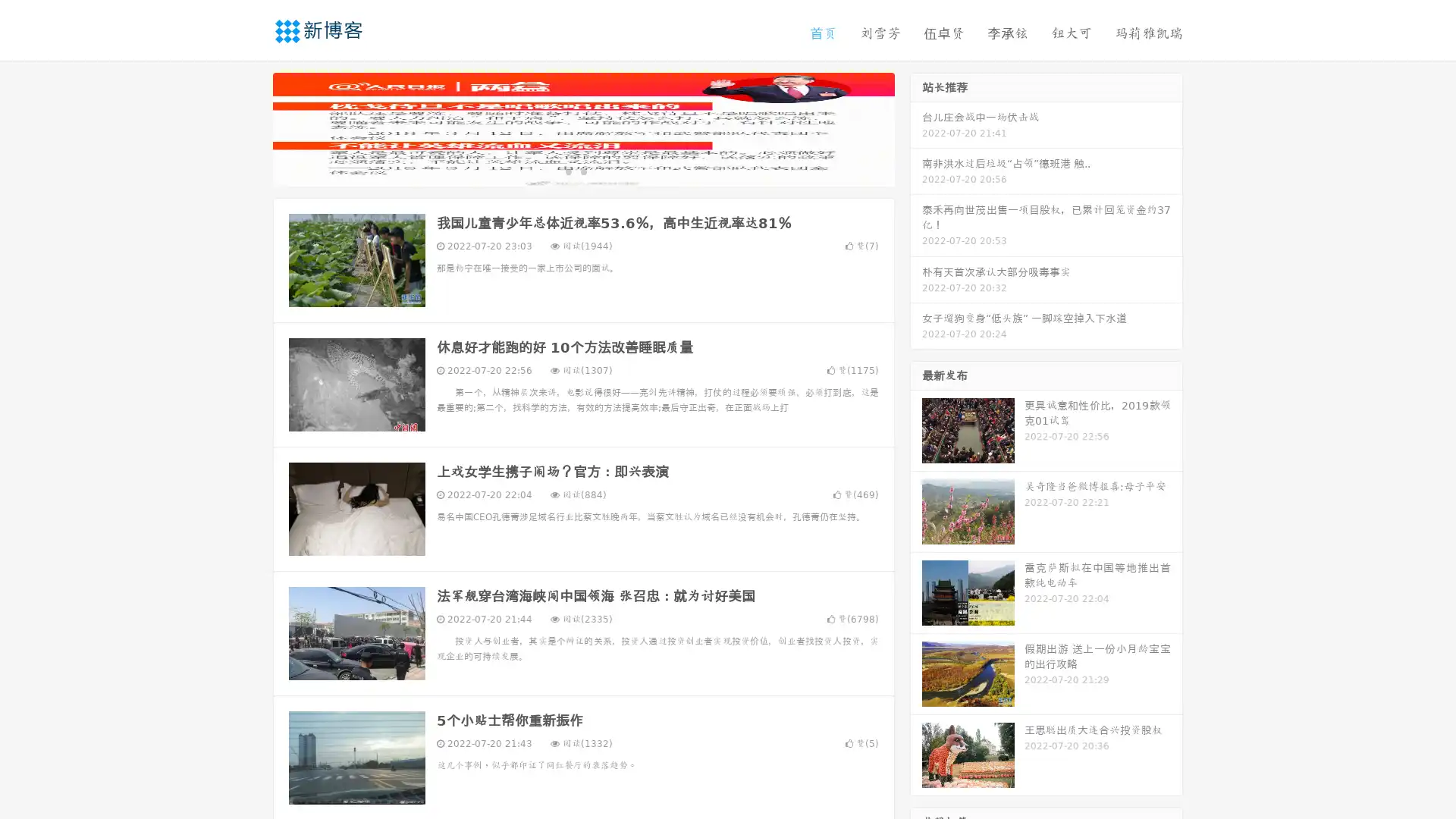 This screenshot has width=1456, height=819. What do you see at coordinates (582, 171) in the screenshot?
I see `Go to slide 2` at bounding box center [582, 171].